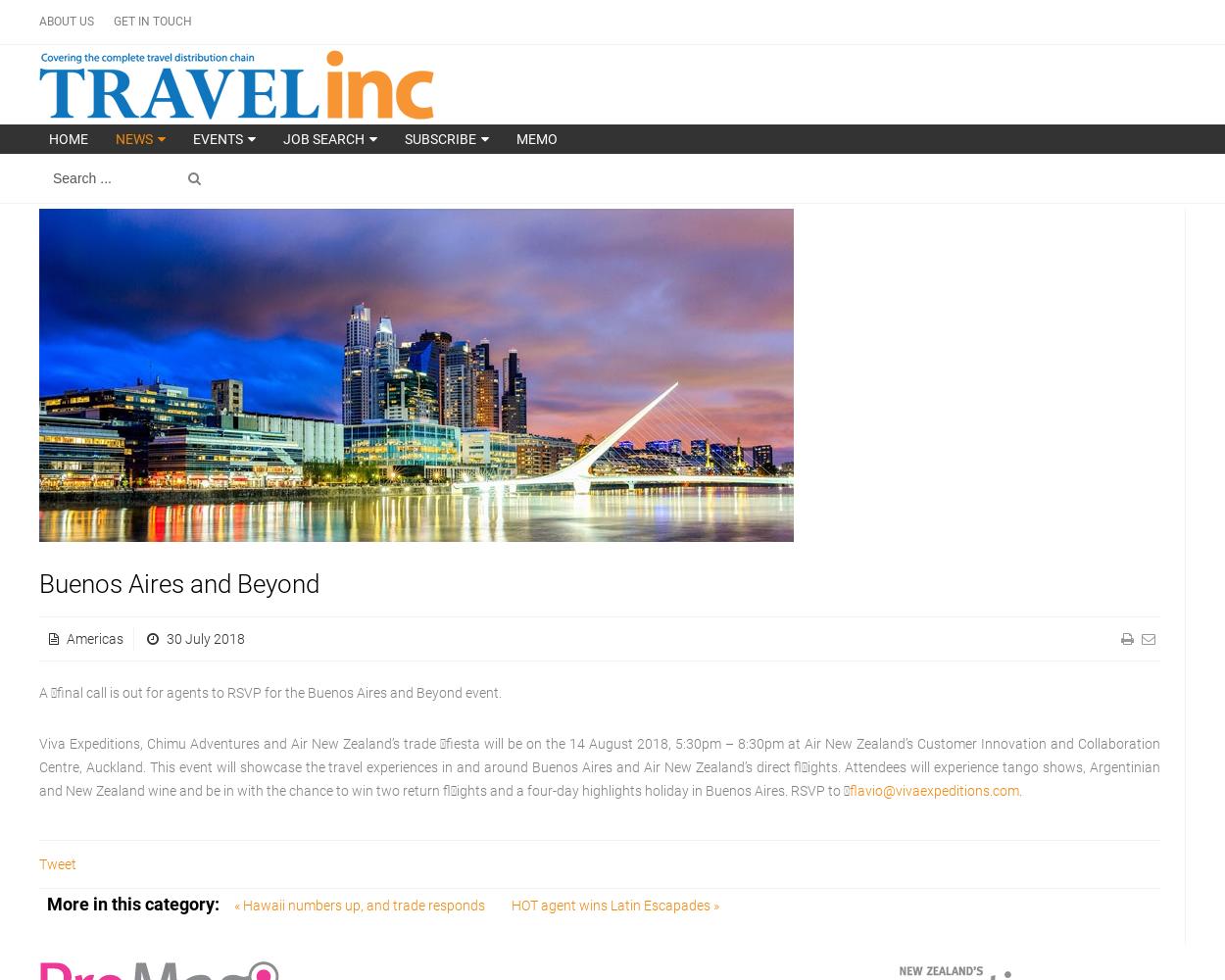  What do you see at coordinates (49, 139) in the screenshot?
I see `'Home'` at bounding box center [49, 139].